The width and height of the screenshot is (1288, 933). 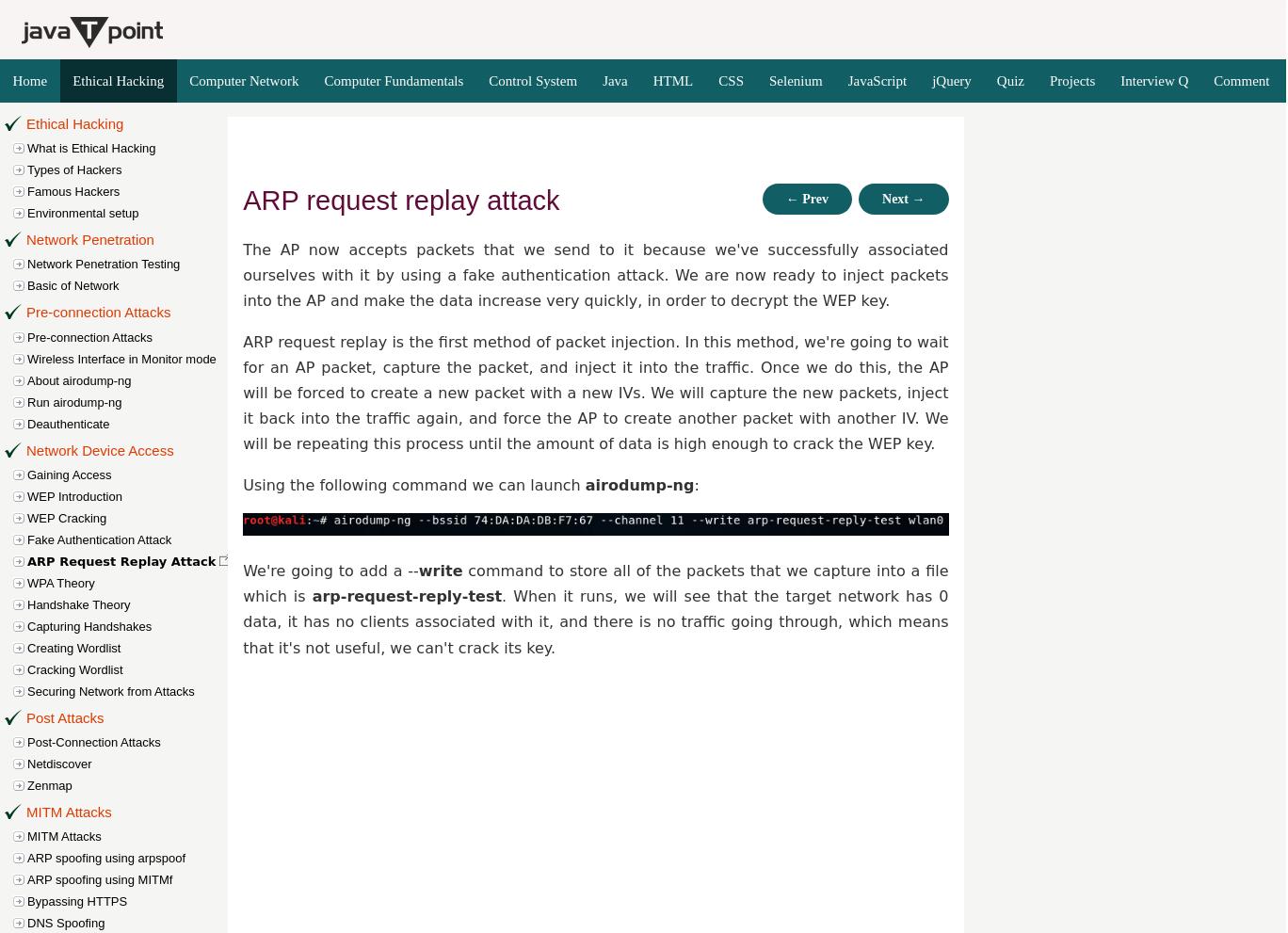 What do you see at coordinates (413, 484) in the screenshot?
I see `'Using the following command we can launch'` at bounding box center [413, 484].